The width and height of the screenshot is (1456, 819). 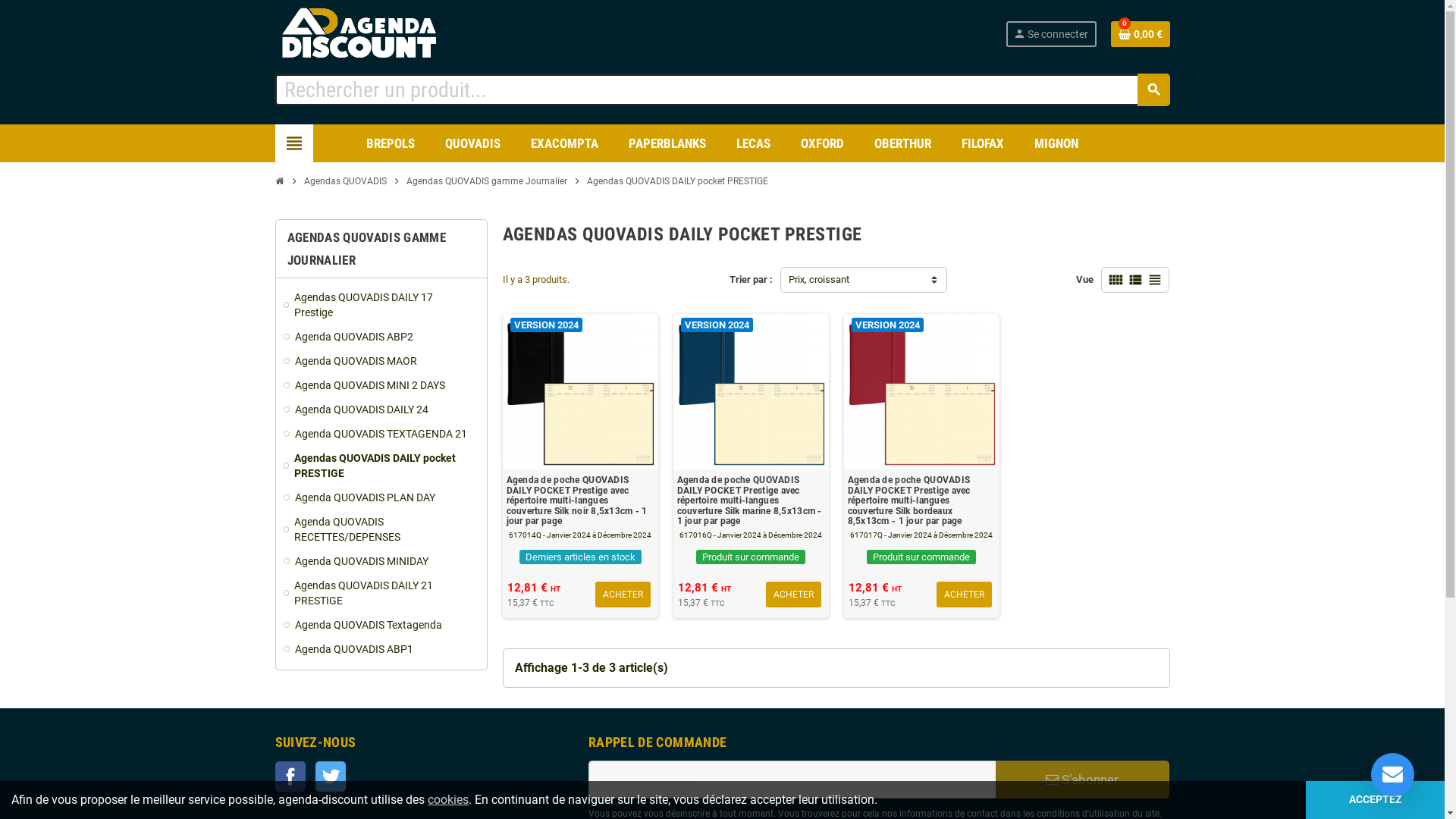 What do you see at coordinates (381, 625) in the screenshot?
I see `'Agenda QUOVADIS Textagenda'` at bounding box center [381, 625].